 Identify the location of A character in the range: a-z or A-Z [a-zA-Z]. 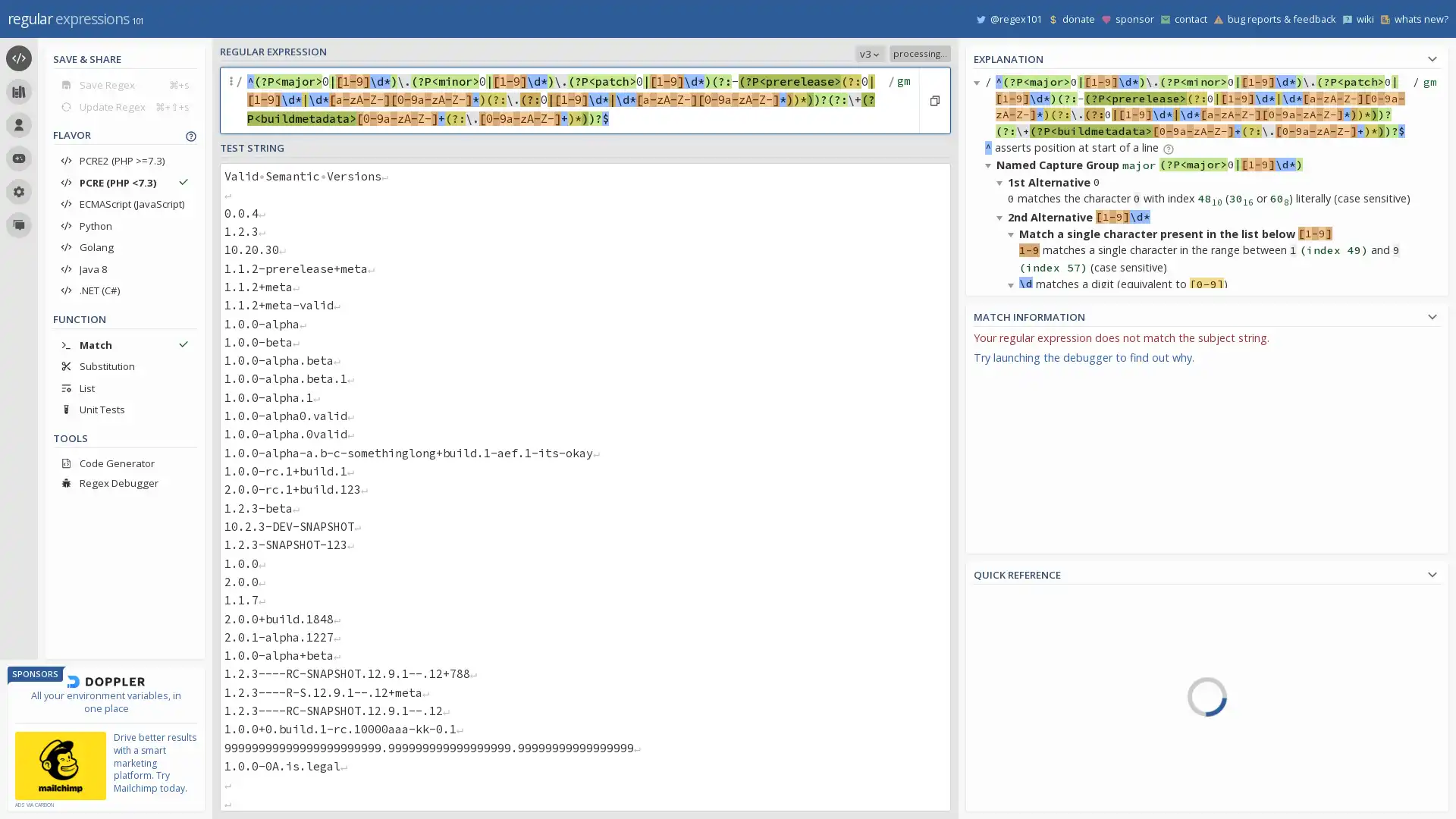
(1282, 687).